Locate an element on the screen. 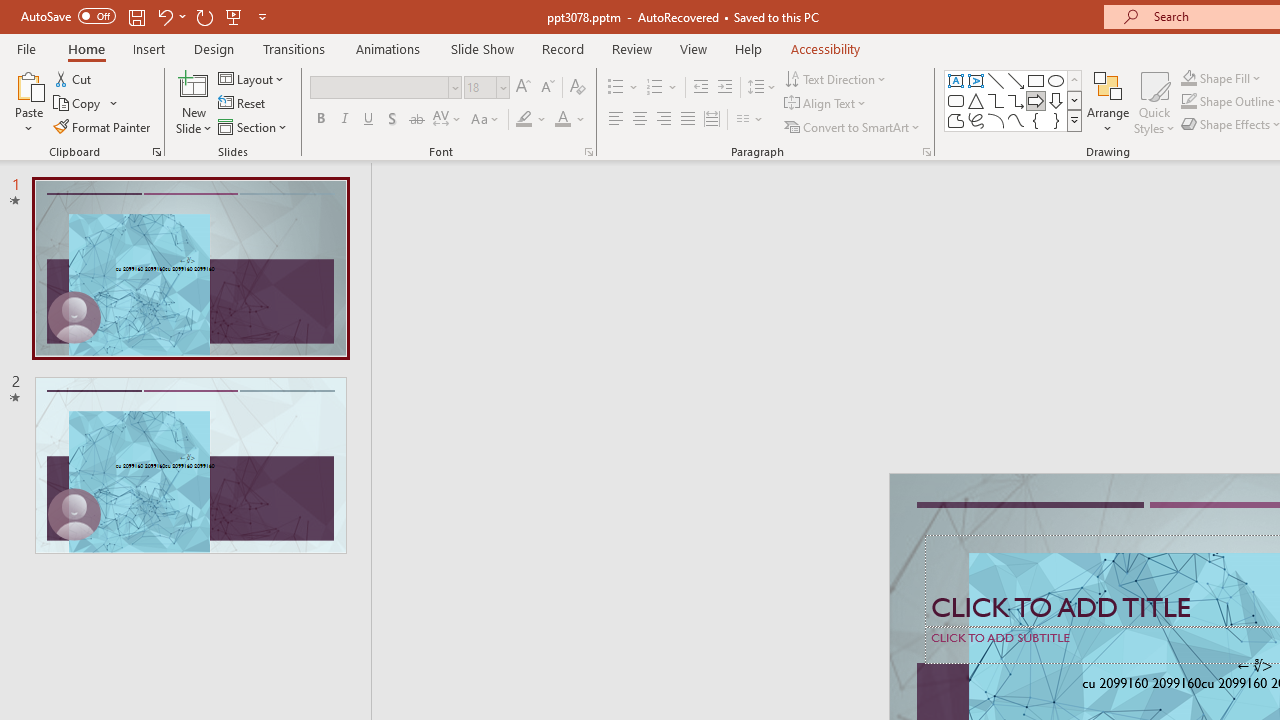  'Shape Fill Dark Green, Accent 2' is located at coordinates (1189, 77).